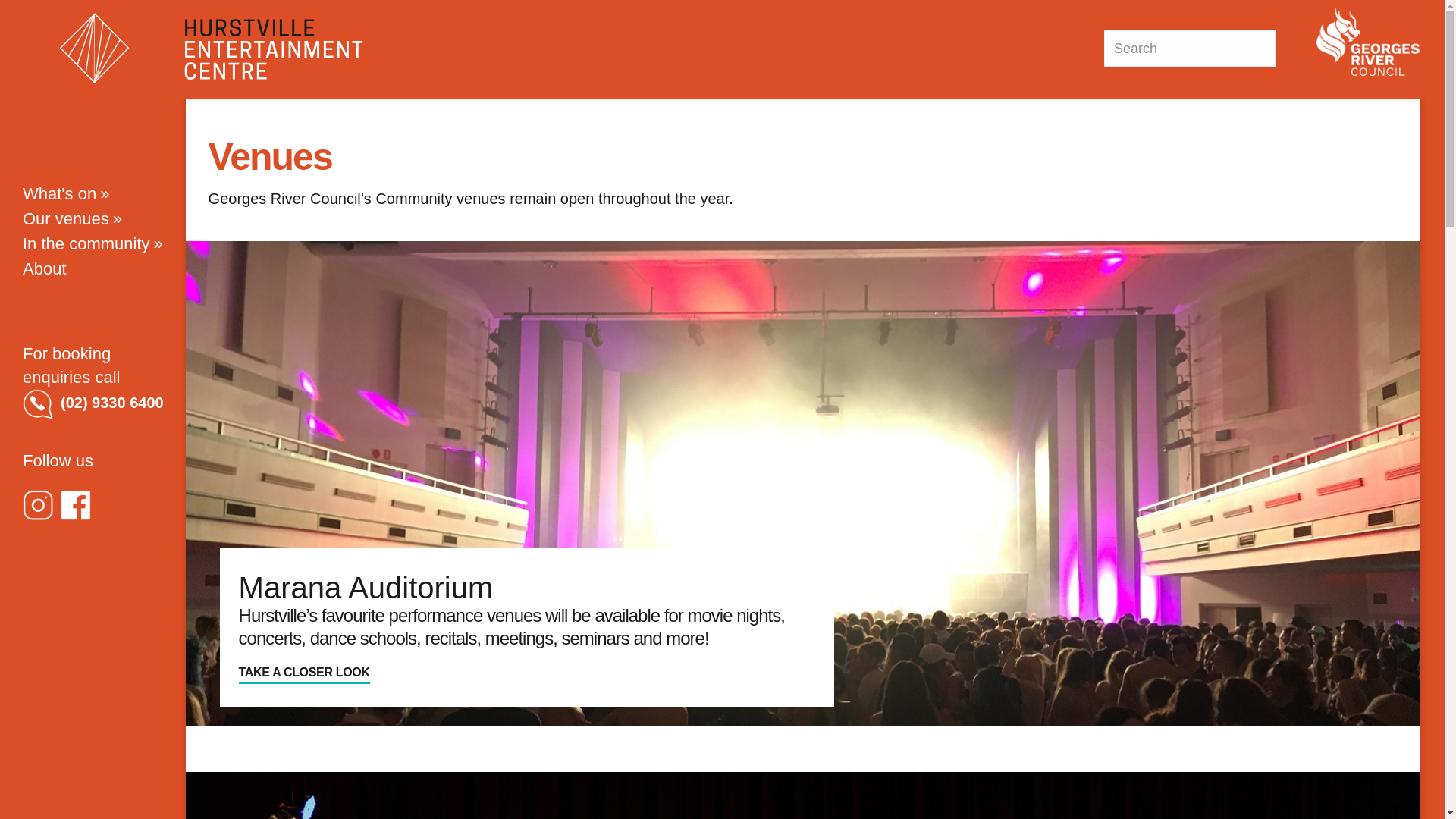 Image resolution: width=1456 pixels, height=819 pixels. I want to click on 'About', so click(22, 268).